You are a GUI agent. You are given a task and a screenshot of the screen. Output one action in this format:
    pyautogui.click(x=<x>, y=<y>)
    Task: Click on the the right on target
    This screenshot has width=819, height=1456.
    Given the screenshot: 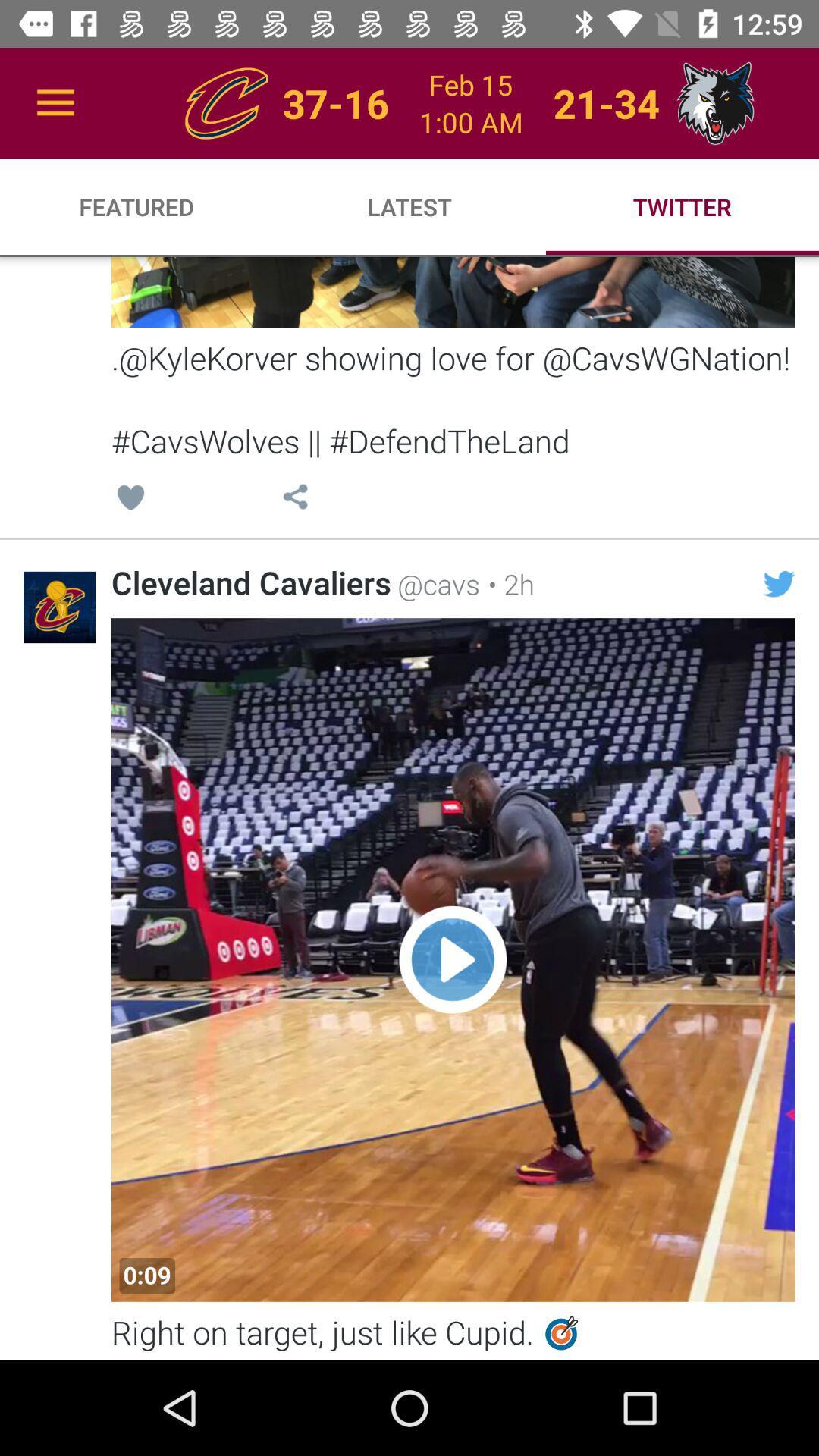 What is the action you would take?
    pyautogui.click(x=452, y=1335)
    